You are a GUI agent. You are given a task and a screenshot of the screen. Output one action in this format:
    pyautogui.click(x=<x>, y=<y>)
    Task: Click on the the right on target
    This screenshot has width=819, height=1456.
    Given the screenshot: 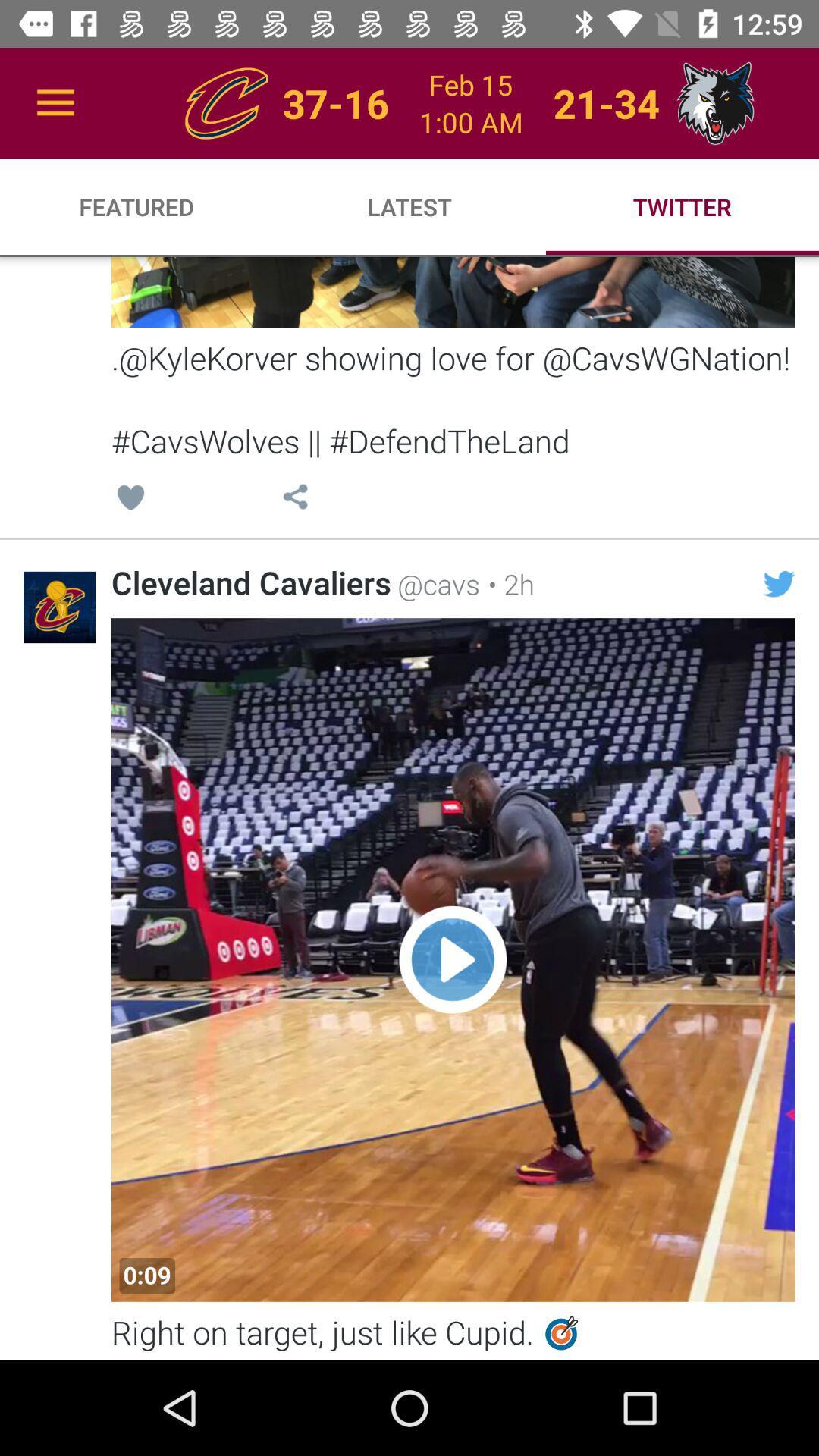 What is the action you would take?
    pyautogui.click(x=452, y=1335)
    